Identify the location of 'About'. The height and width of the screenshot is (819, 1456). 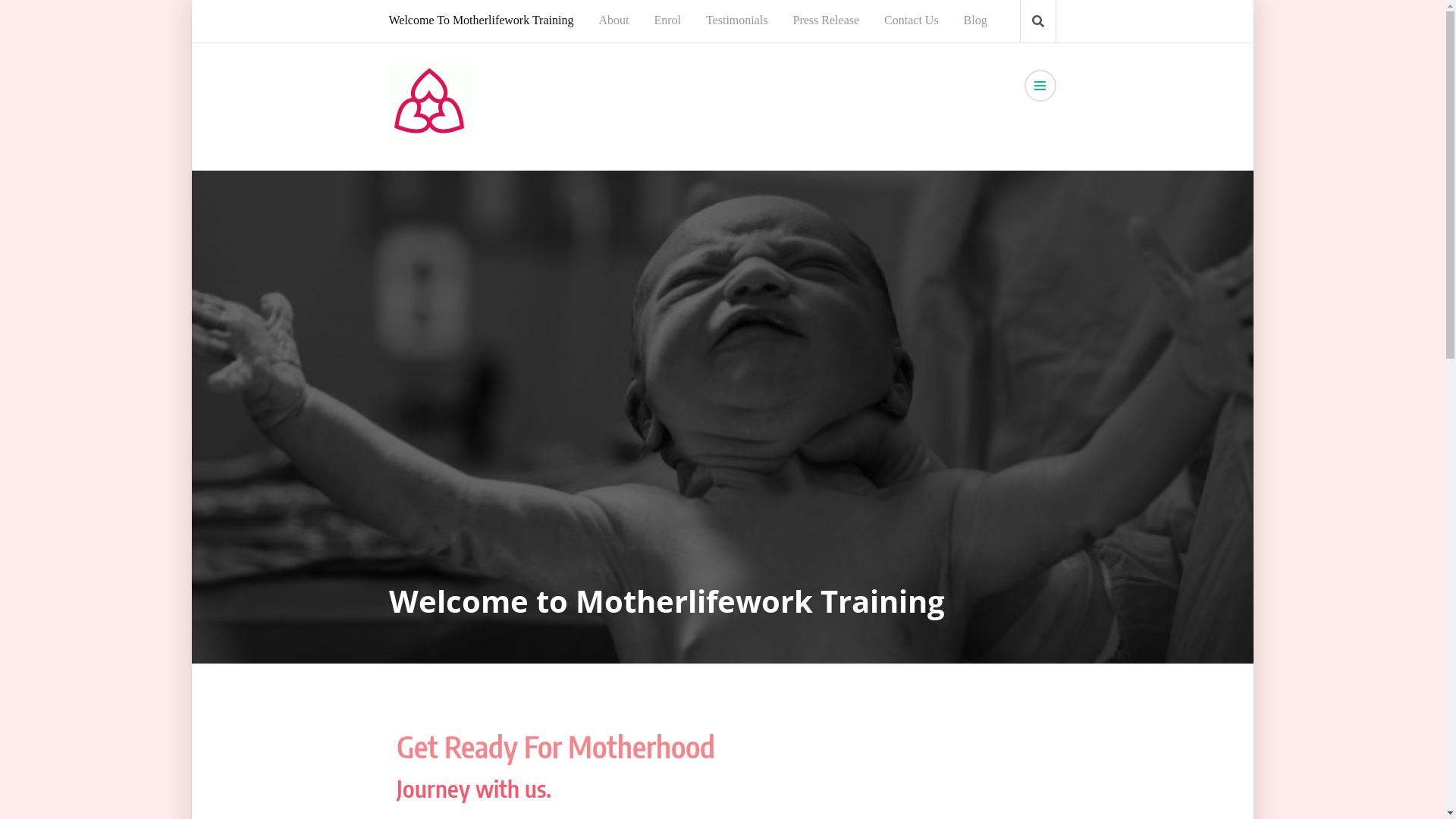
(613, 20).